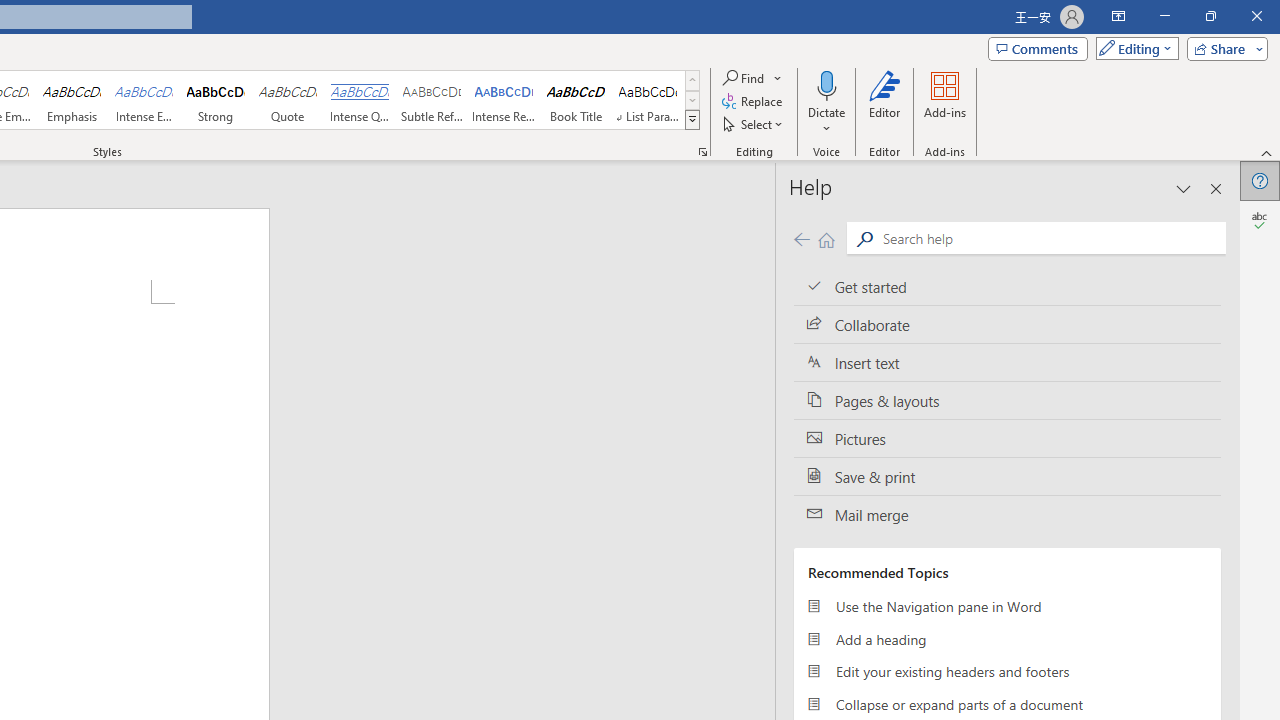 This screenshot has width=1280, height=720. I want to click on 'Find', so click(743, 77).